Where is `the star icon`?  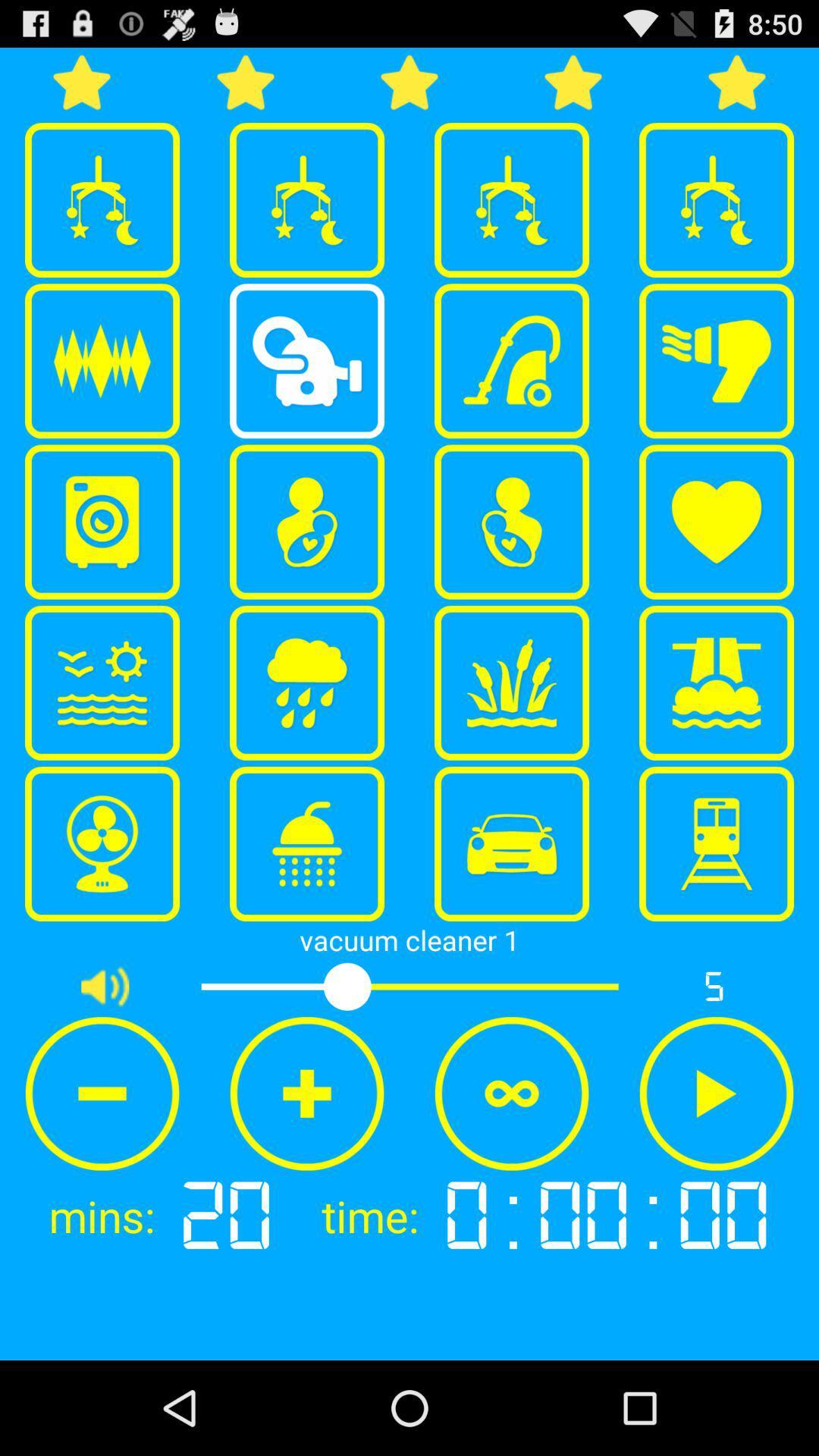
the star icon is located at coordinates (245, 87).